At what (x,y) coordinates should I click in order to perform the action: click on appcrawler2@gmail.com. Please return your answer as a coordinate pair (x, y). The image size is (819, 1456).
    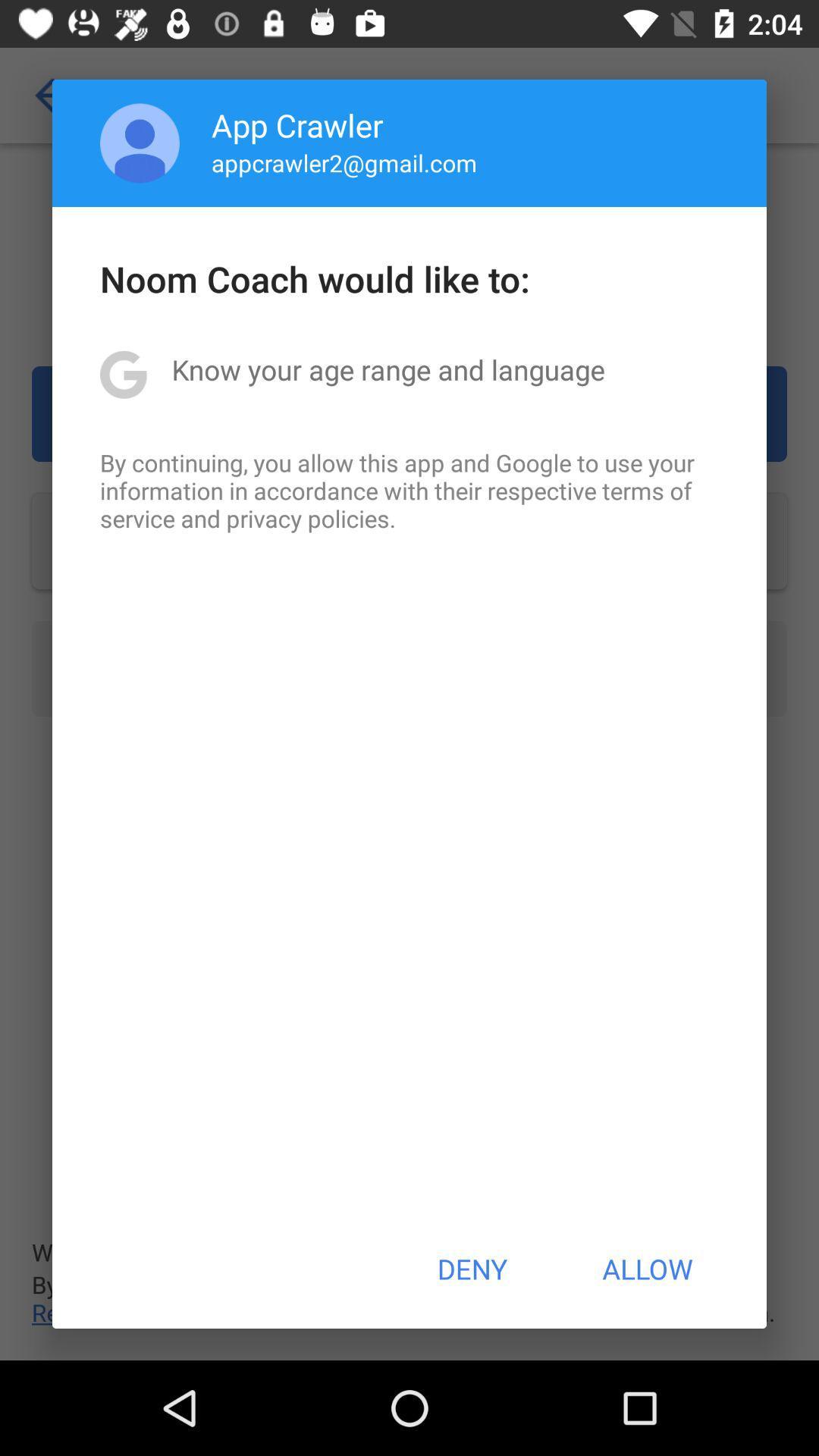
    Looking at the image, I should click on (344, 162).